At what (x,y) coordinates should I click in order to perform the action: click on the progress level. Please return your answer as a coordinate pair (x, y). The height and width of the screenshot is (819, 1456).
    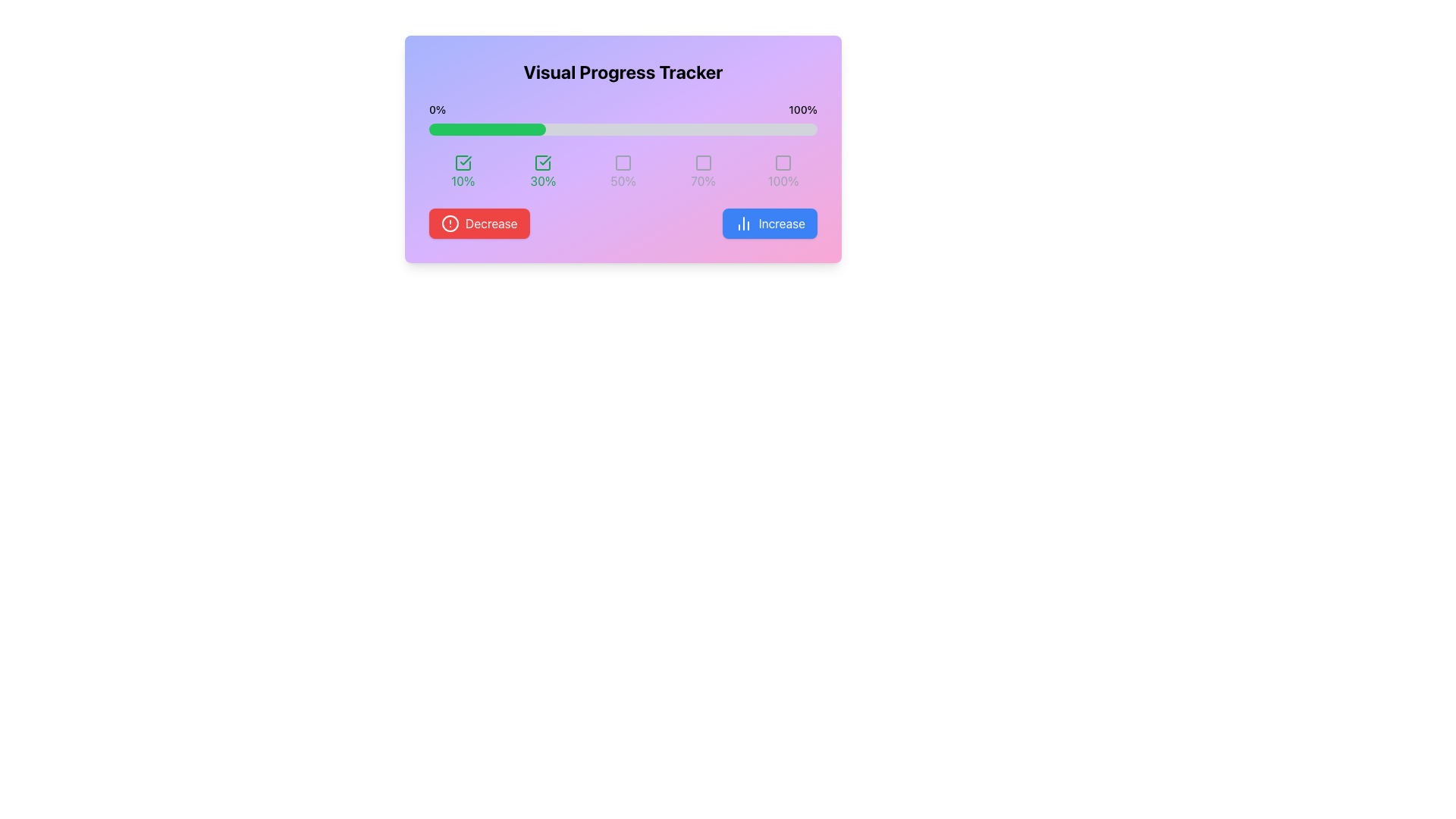
    Looking at the image, I should click on (487, 128).